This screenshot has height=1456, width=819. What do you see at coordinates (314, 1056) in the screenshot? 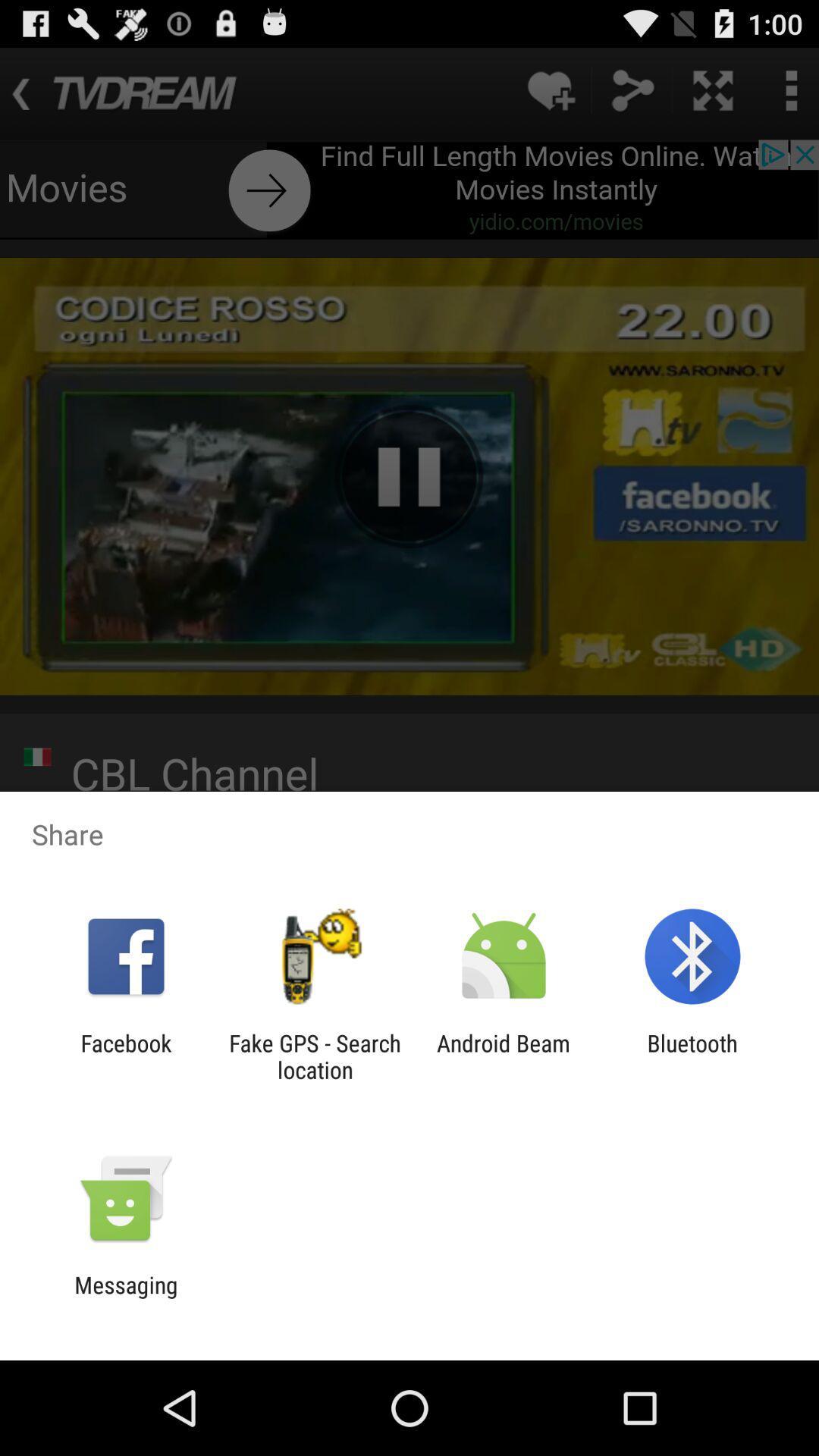
I see `app next to facebook icon` at bounding box center [314, 1056].